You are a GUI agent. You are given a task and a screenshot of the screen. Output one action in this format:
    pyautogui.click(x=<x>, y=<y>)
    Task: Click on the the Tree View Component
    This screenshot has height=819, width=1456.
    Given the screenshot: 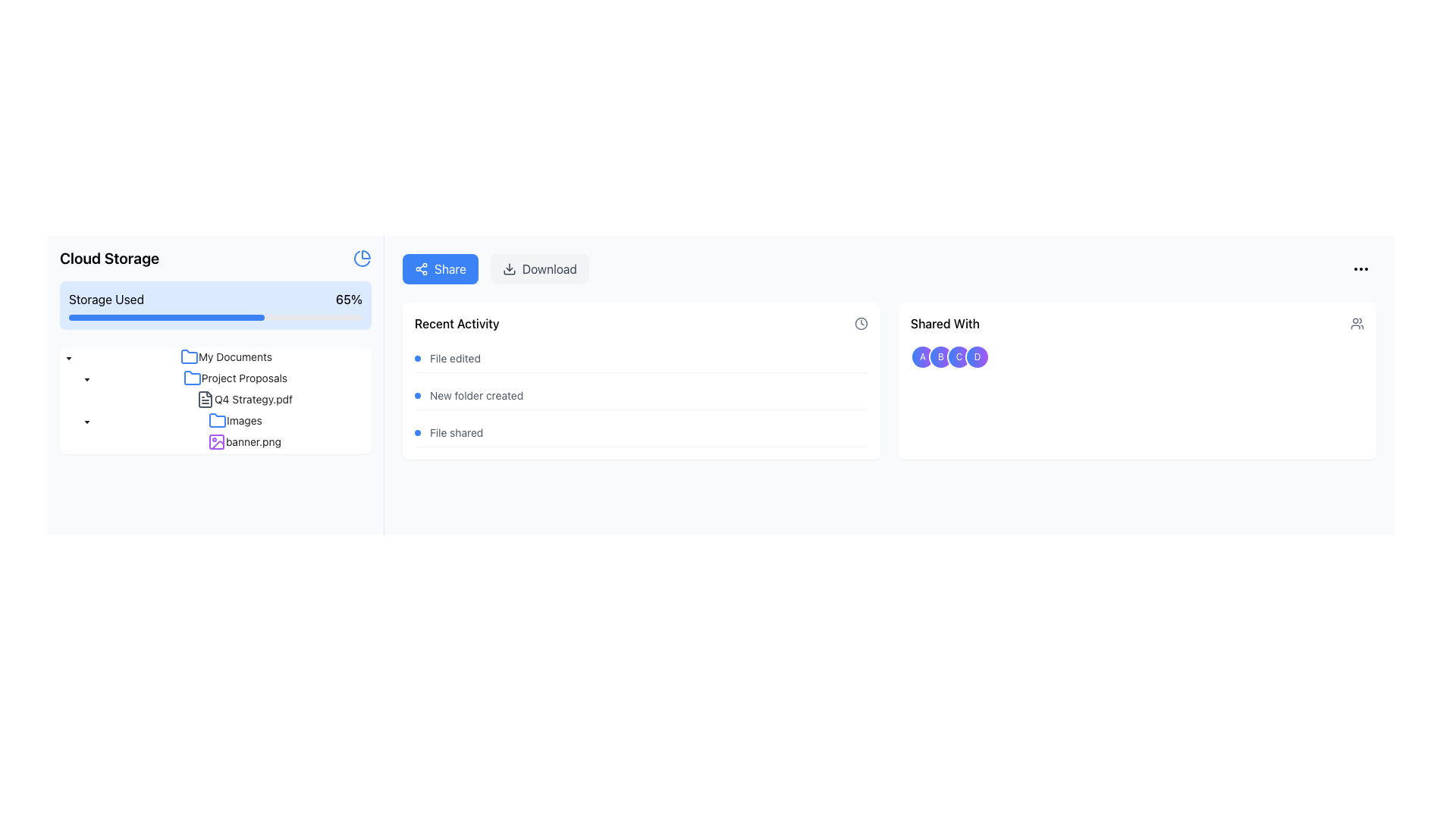 What is the action you would take?
    pyautogui.click(x=215, y=400)
    